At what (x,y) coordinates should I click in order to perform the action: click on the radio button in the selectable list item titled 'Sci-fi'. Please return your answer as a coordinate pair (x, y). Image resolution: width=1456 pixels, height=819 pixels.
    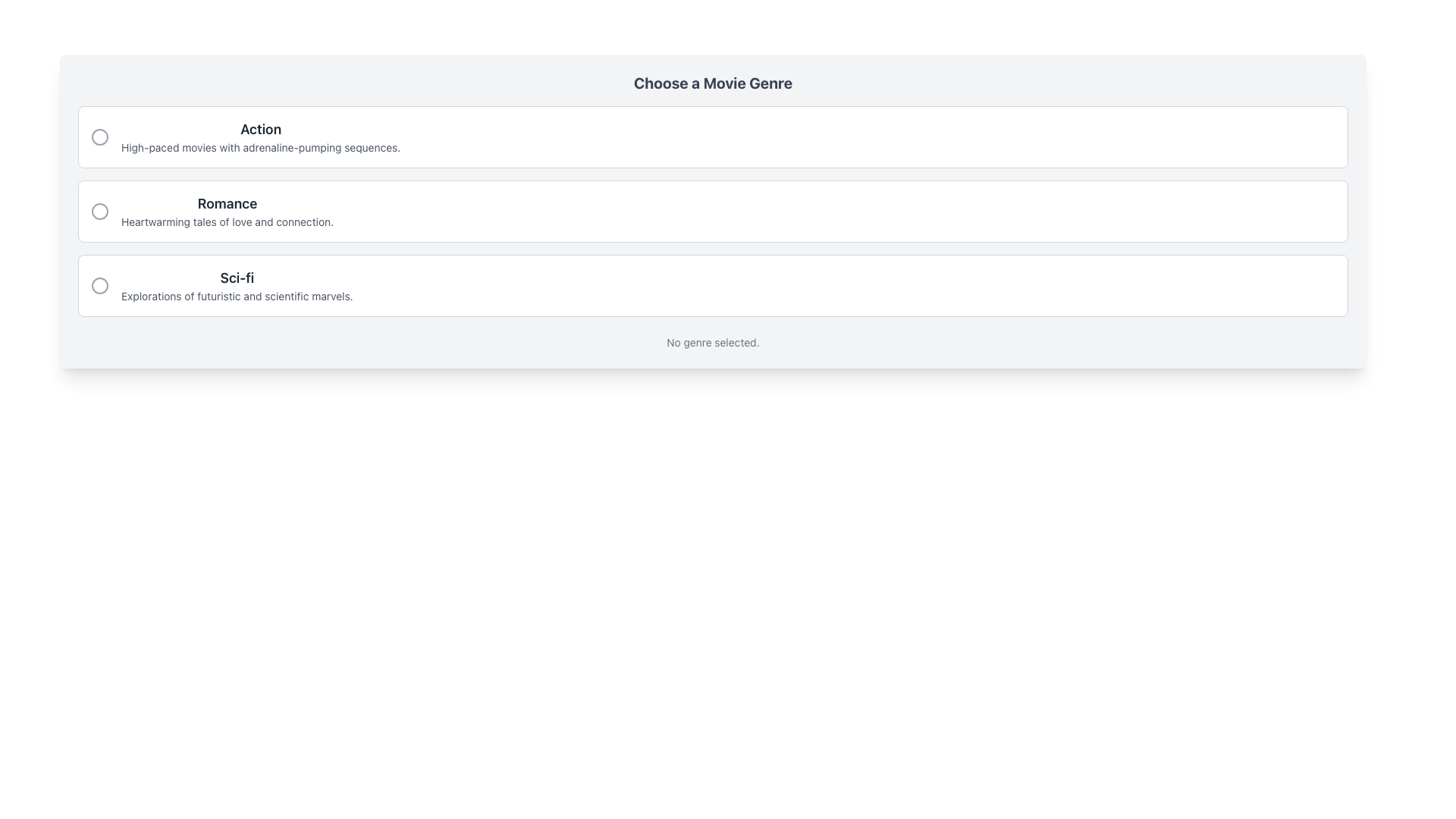
    Looking at the image, I should click on (712, 286).